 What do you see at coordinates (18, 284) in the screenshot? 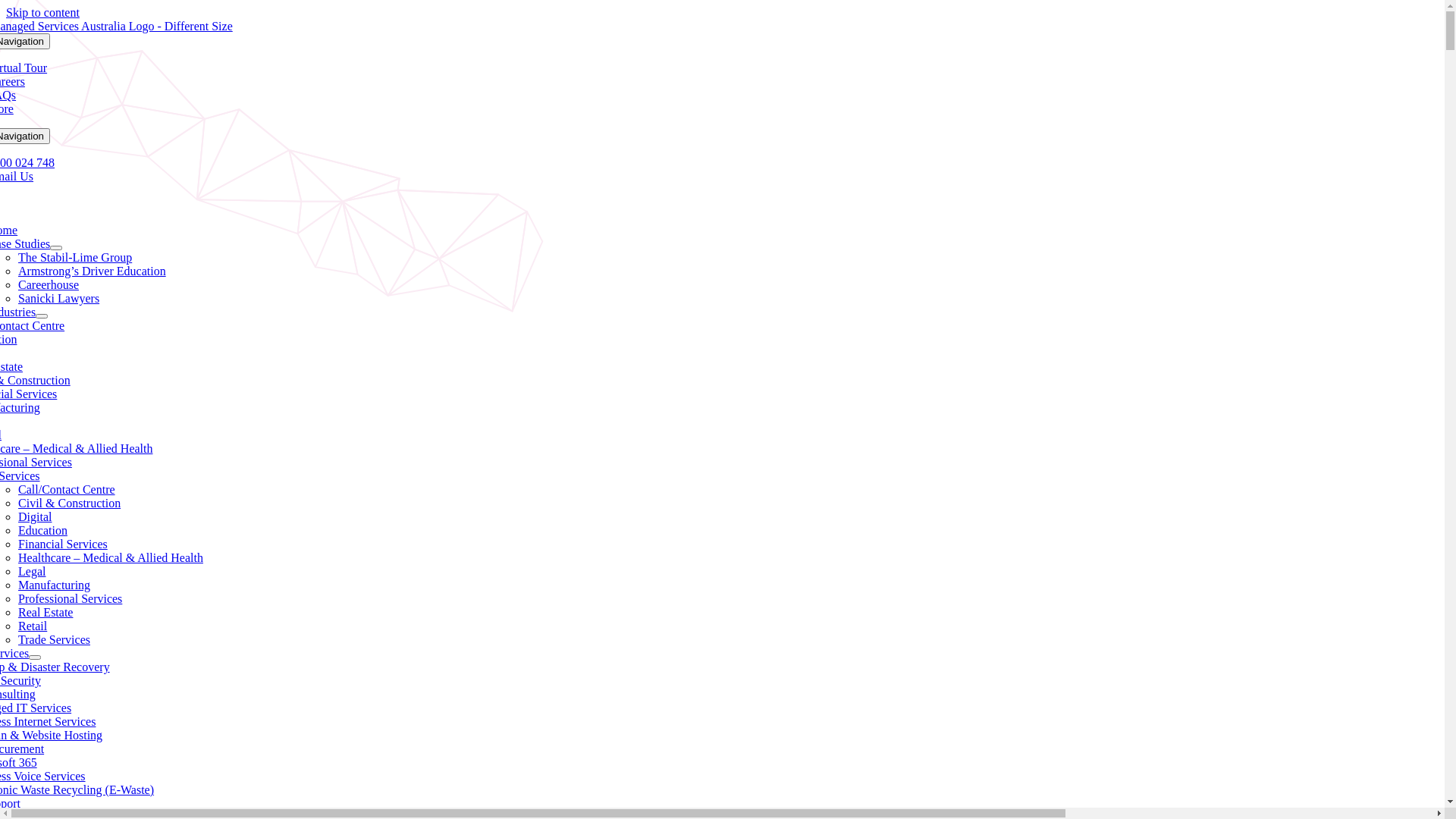
I see `'Careerhouse'` at bounding box center [18, 284].